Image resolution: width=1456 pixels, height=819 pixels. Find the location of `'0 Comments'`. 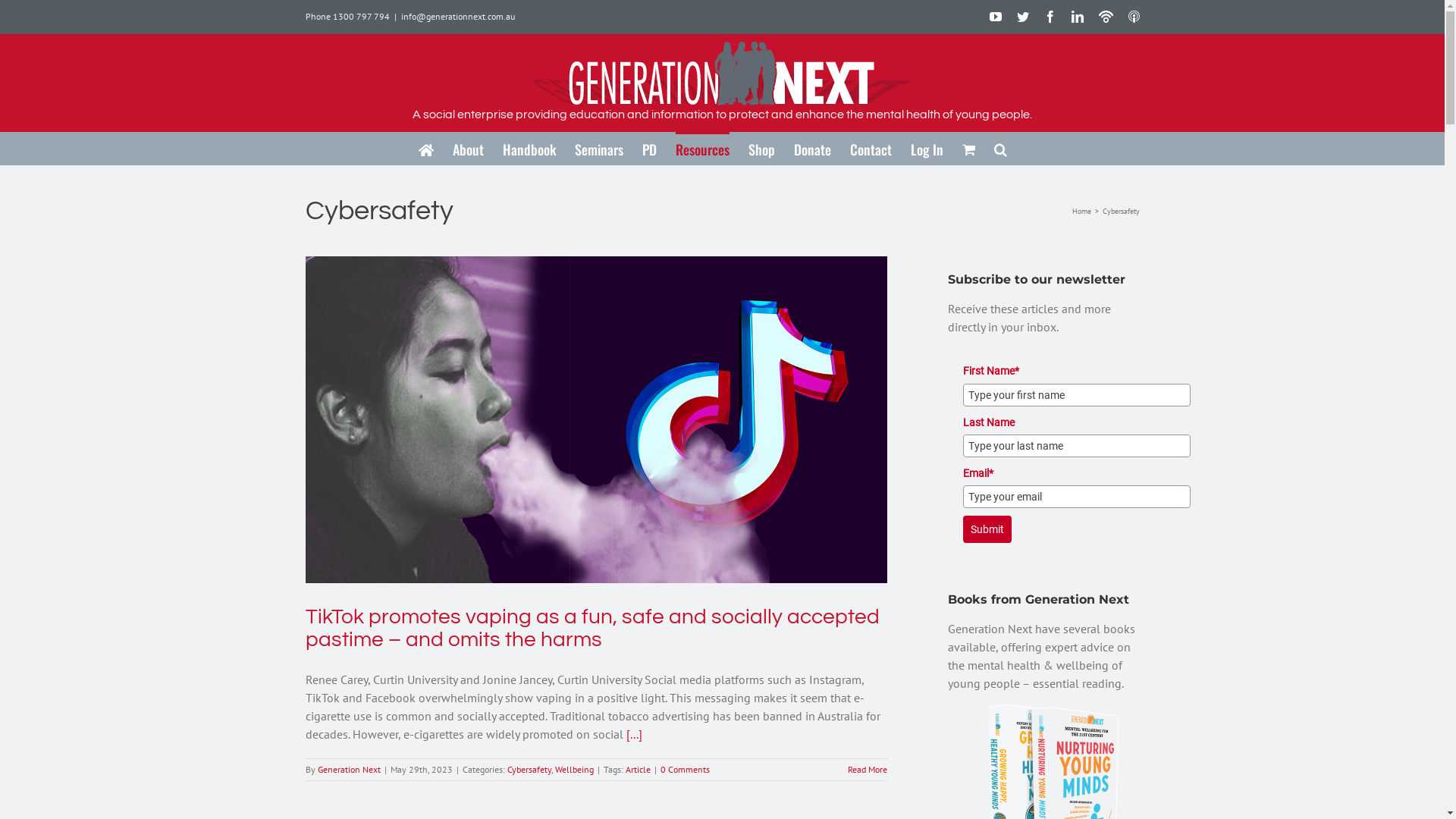

'0 Comments' is located at coordinates (683, 769).